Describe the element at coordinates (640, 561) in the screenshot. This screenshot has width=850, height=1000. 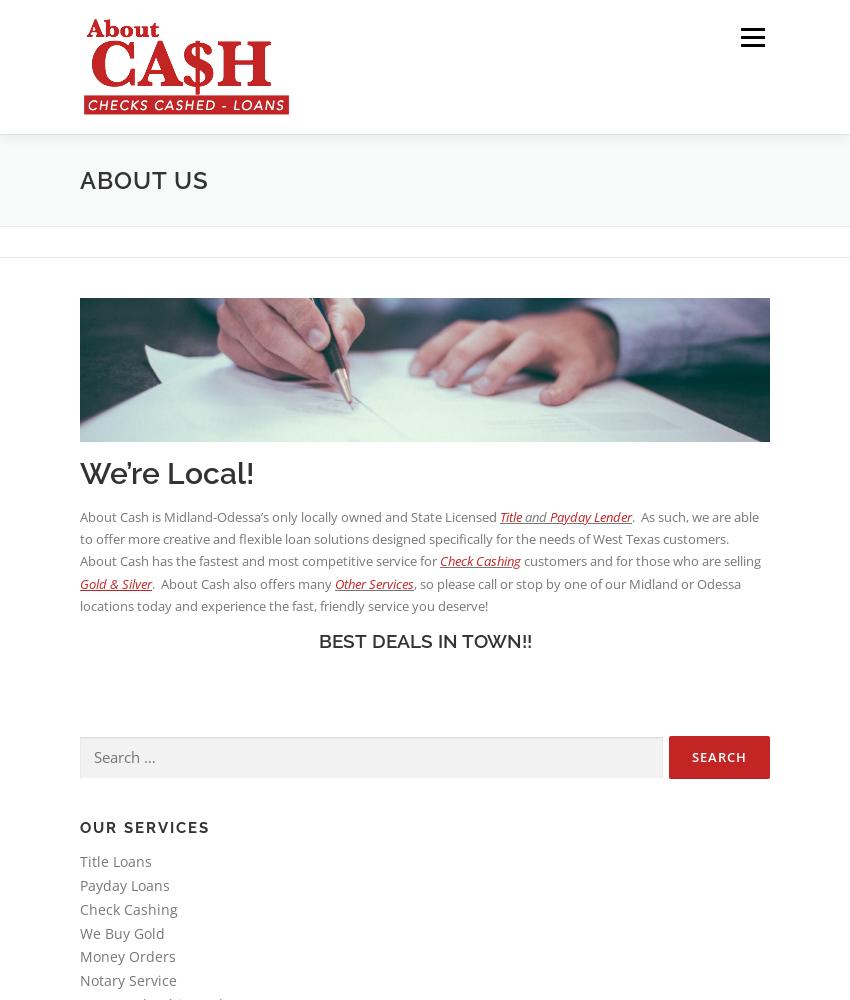
I see `'customers and for those who are selling'` at that location.